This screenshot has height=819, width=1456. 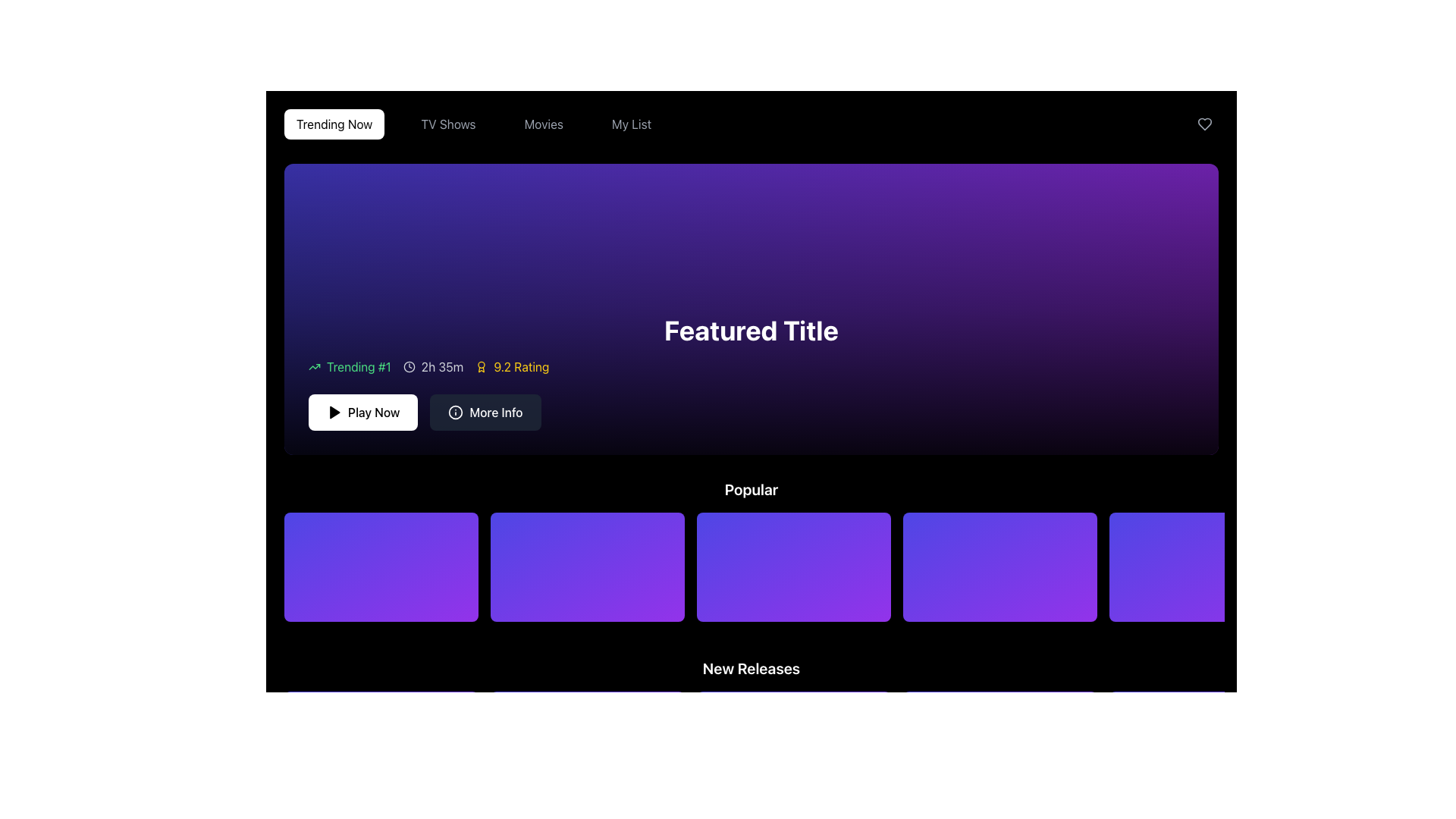 I want to click on the triangular black play button icon located to the left of the 'Play Now' text, so click(x=334, y=412).